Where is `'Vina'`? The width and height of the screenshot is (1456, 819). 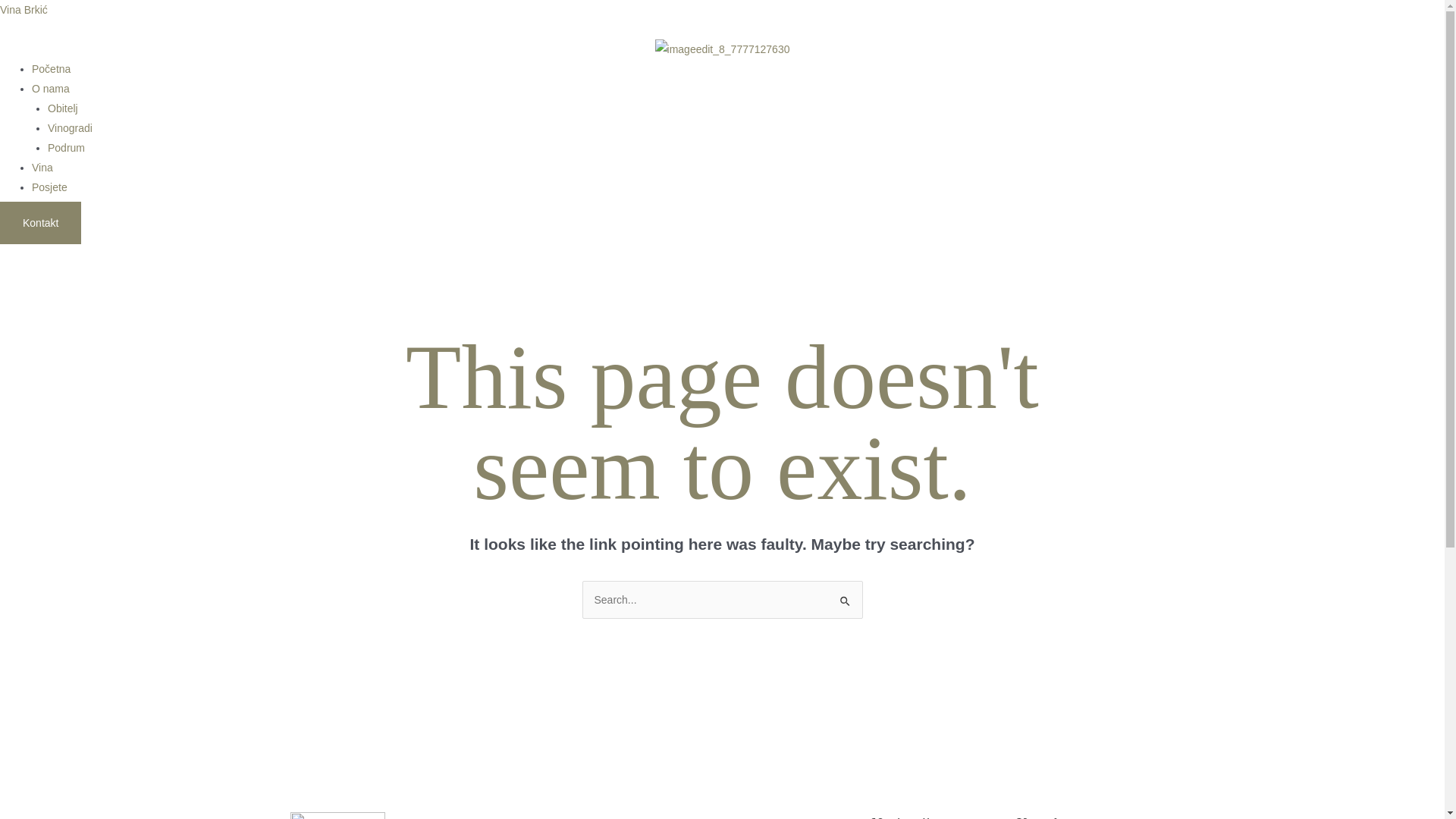
'Vina' is located at coordinates (42, 167).